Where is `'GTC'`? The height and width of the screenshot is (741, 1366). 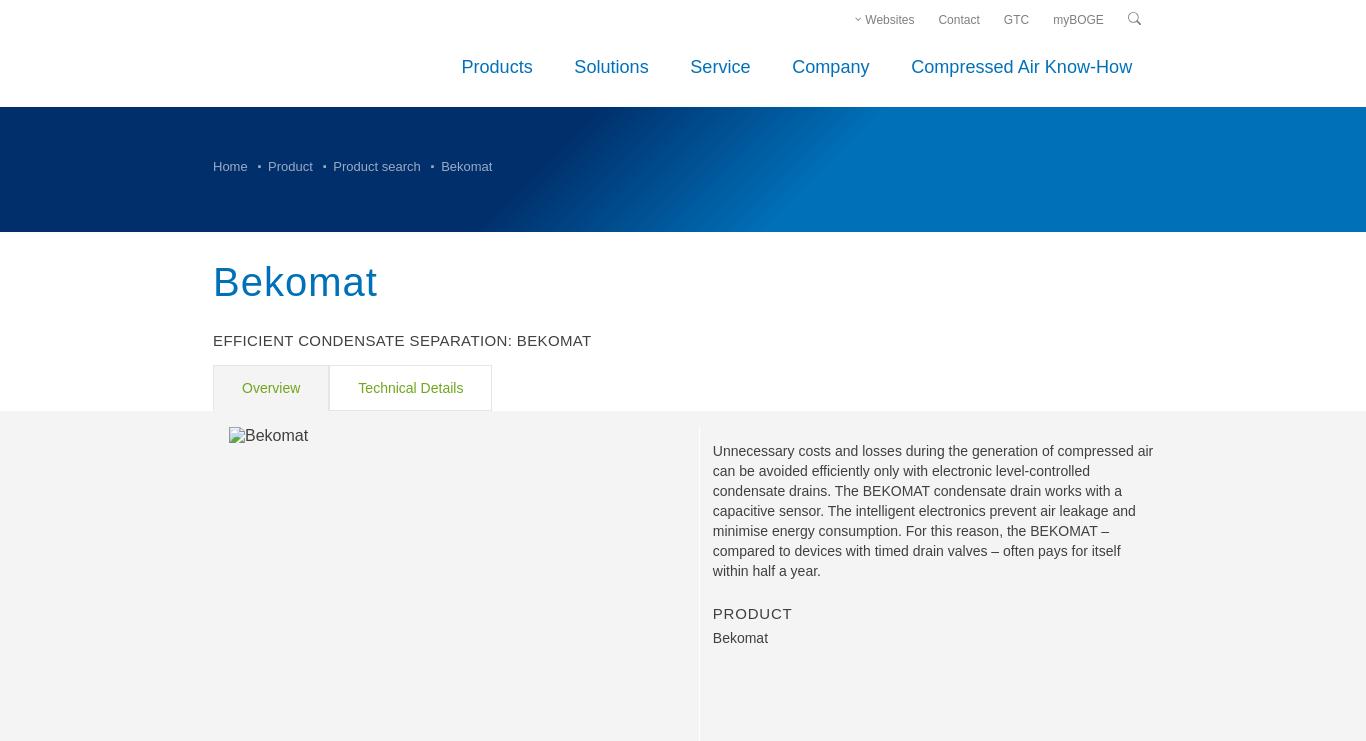 'GTC' is located at coordinates (1016, 17).